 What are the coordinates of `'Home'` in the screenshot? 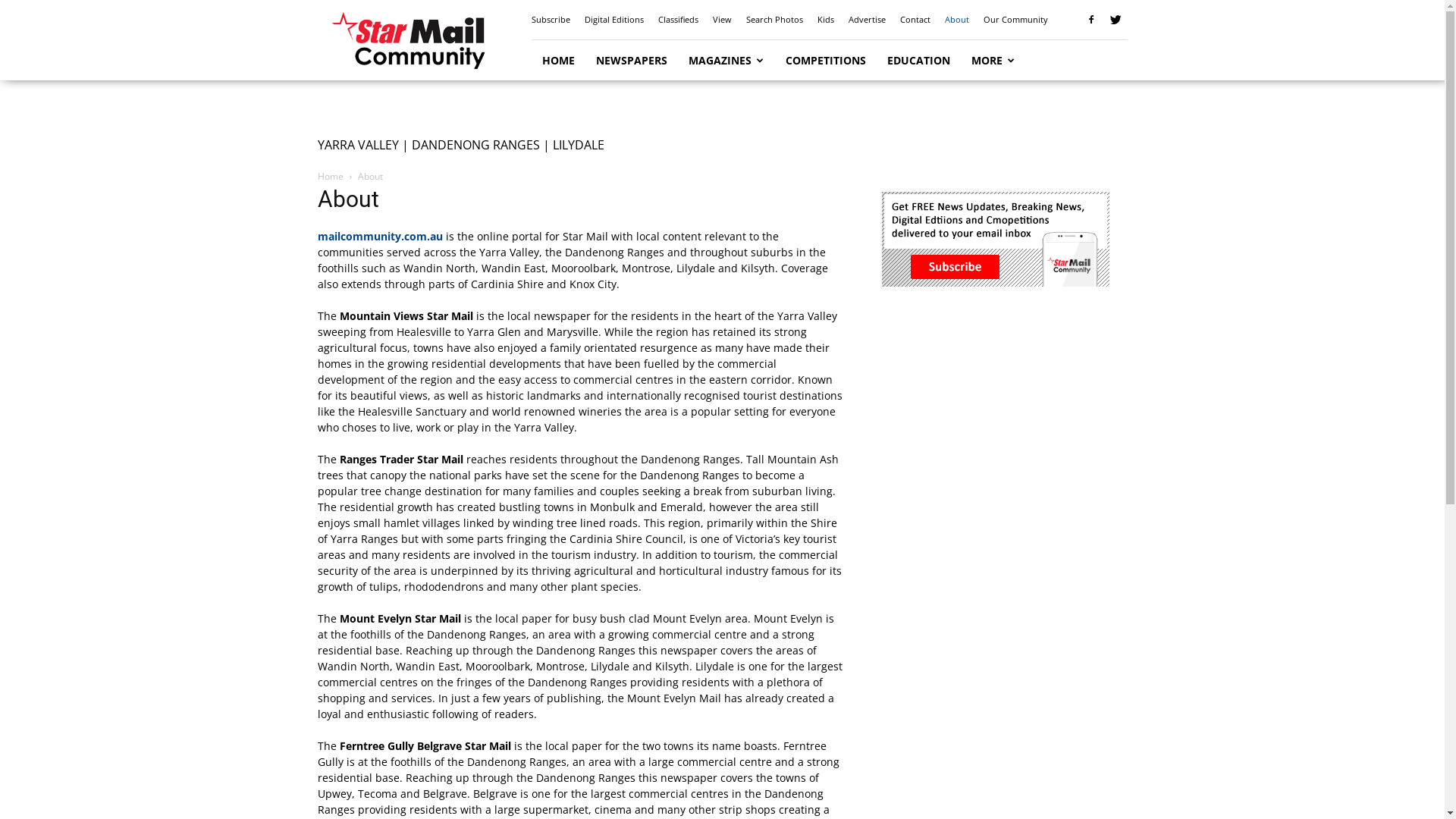 It's located at (329, 175).